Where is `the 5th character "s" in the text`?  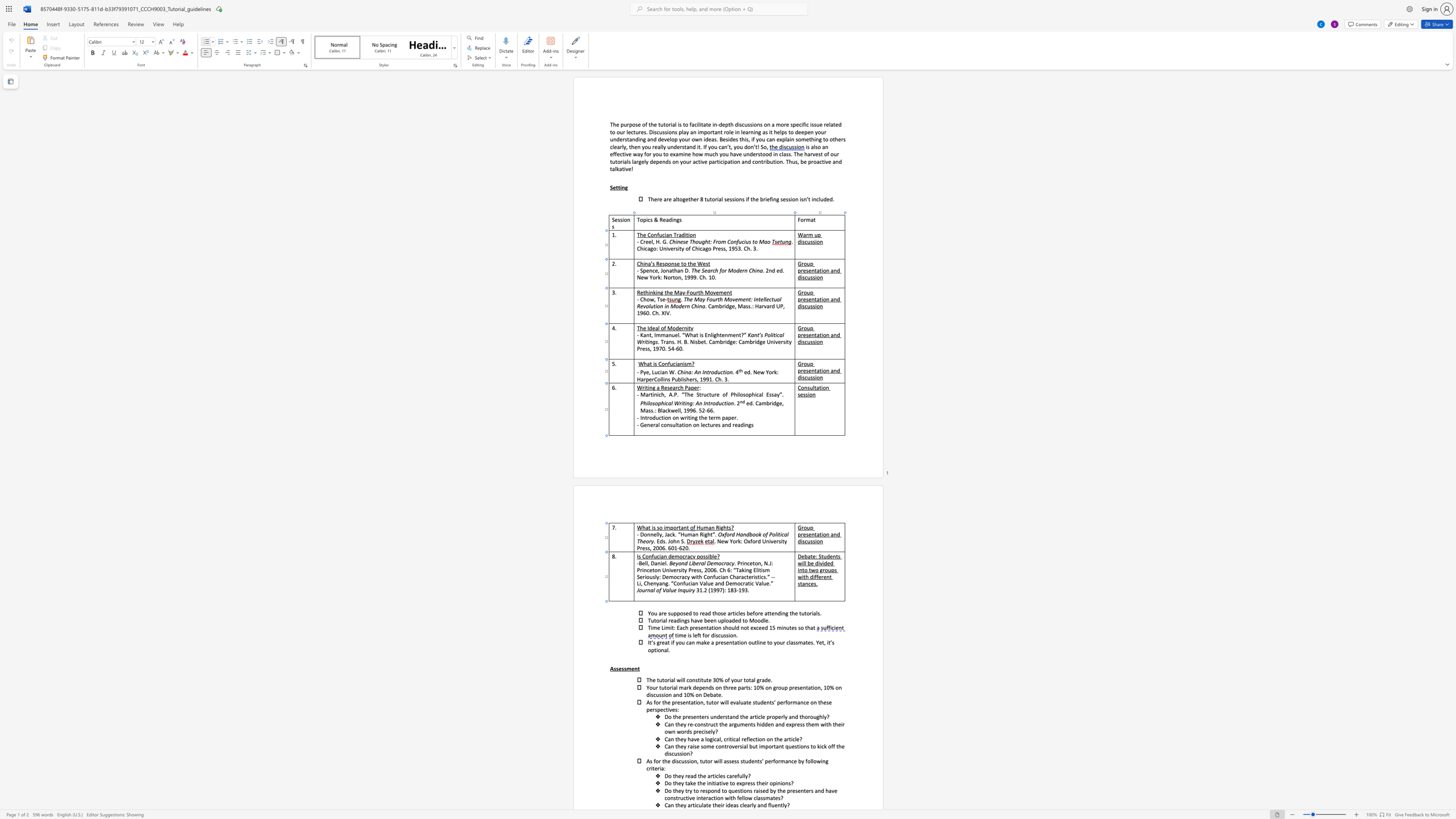 the 5th character "s" in the text is located at coordinates (727, 761).